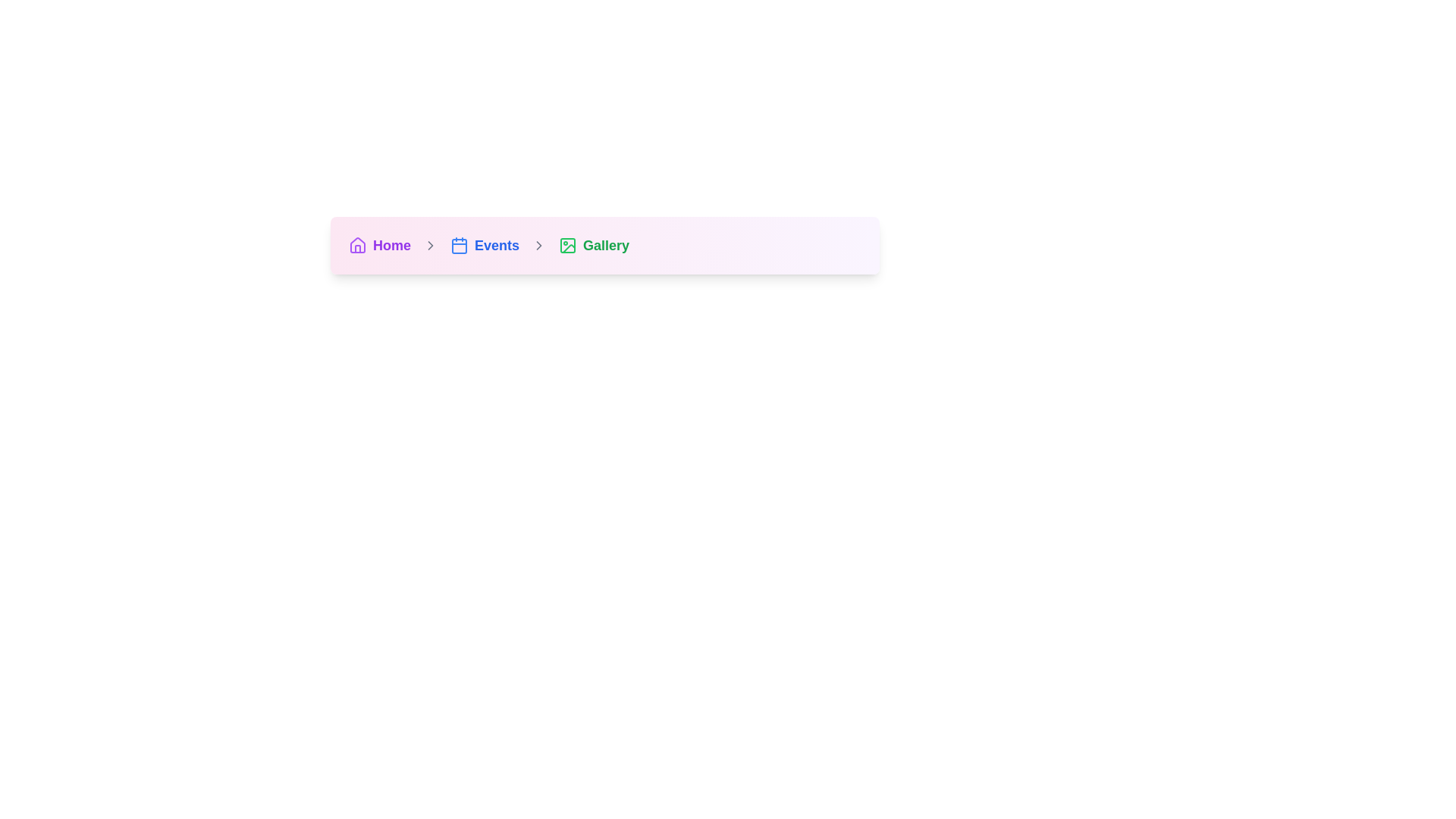  What do you see at coordinates (379, 245) in the screenshot?
I see `the 'Home' interactive link with a house icon, styled in purple and bold font, located at the leftmost side of the navigation bar` at bounding box center [379, 245].